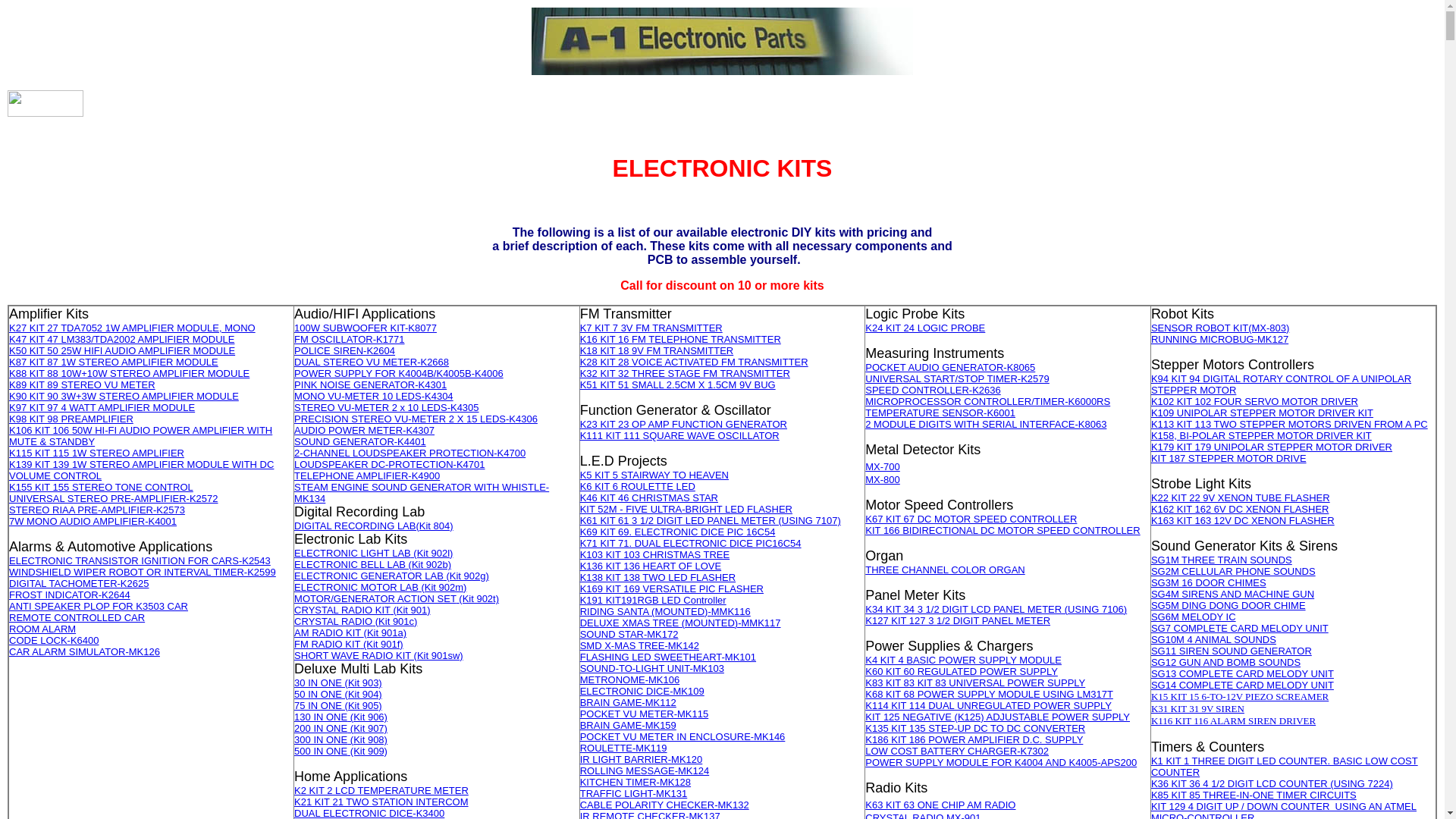 The image size is (1456, 819). What do you see at coordinates (645, 770) in the screenshot?
I see `'ROLLING MESSAGE-MK124'` at bounding box center [645, 770].